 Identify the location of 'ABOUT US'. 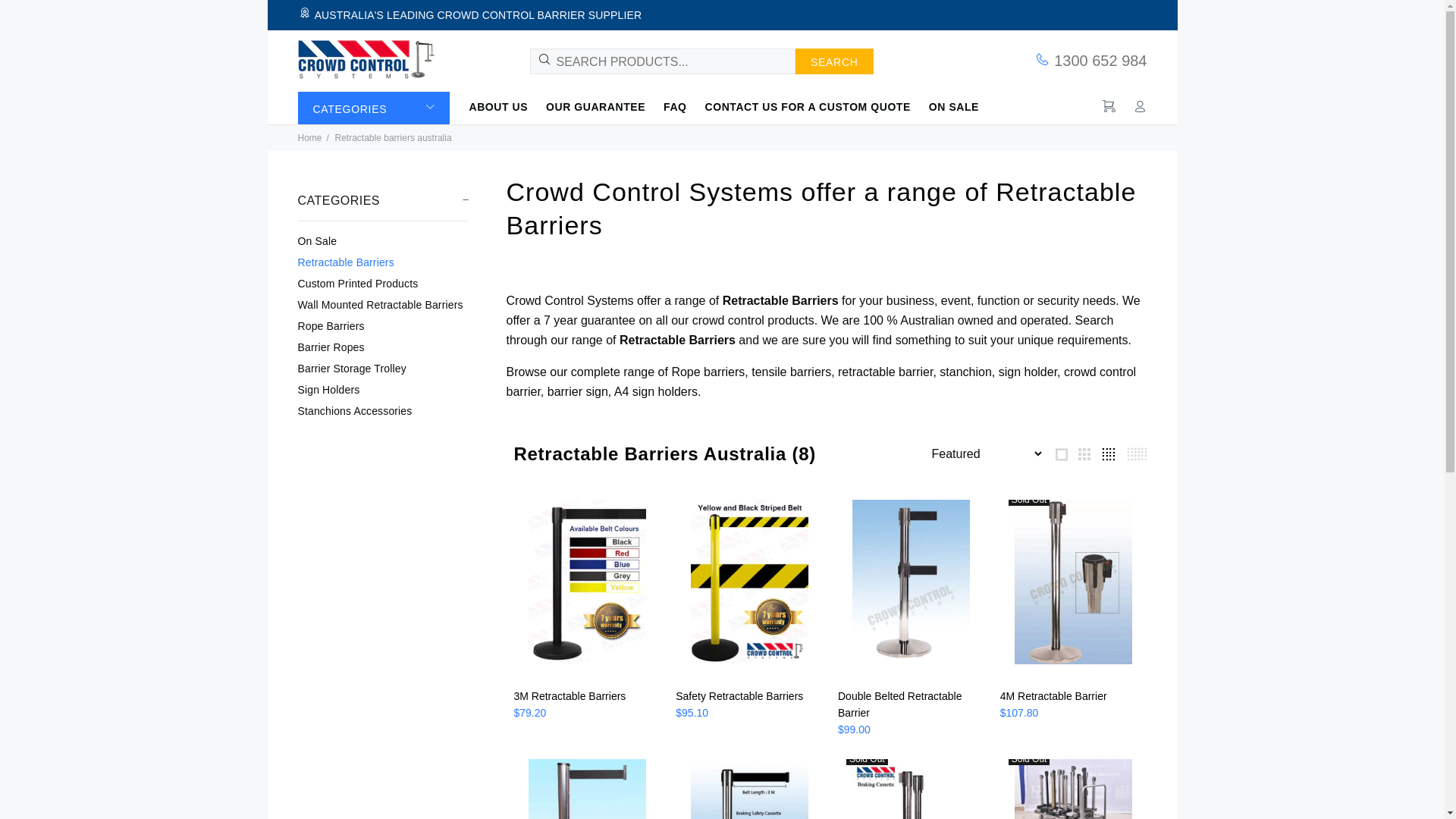
(468, 105).